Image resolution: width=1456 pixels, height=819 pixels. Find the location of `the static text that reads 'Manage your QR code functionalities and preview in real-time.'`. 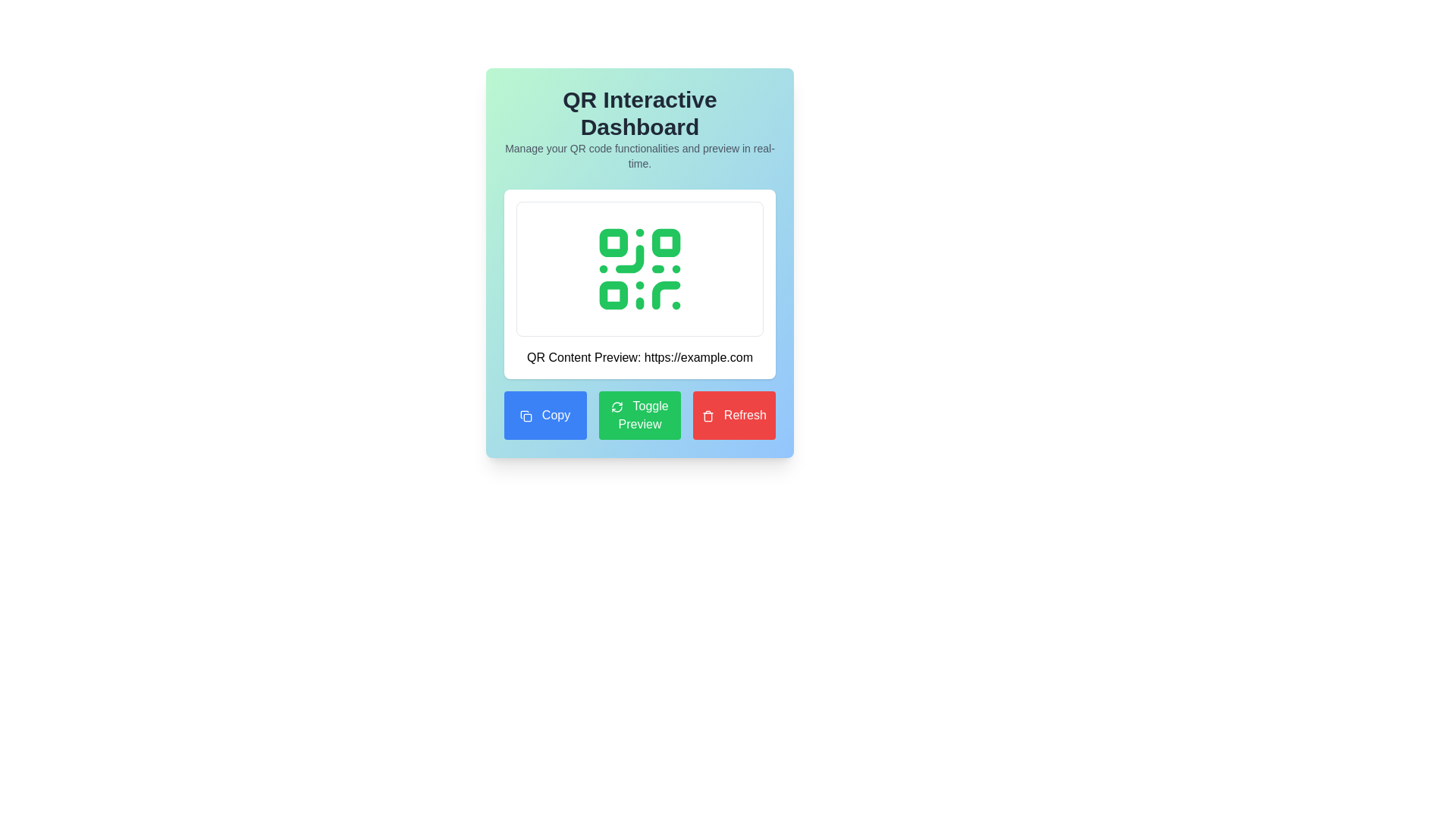

the static text that reads 'Manage your QR code functionalities and preview in real-time.' is located at coordinates (640, 155).